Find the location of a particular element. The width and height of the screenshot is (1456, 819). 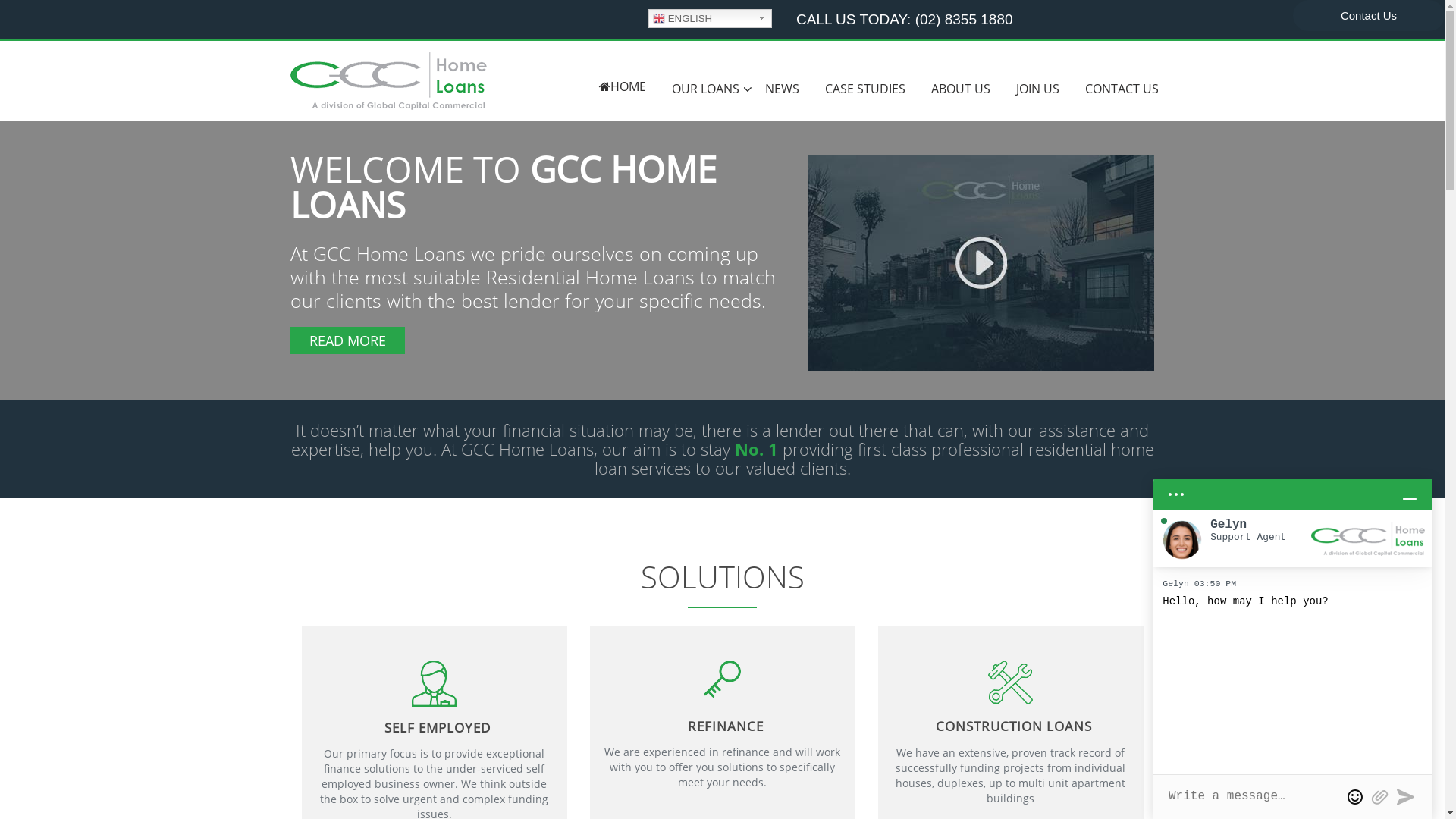

'NEWS' is located at coordinates (782, 89).